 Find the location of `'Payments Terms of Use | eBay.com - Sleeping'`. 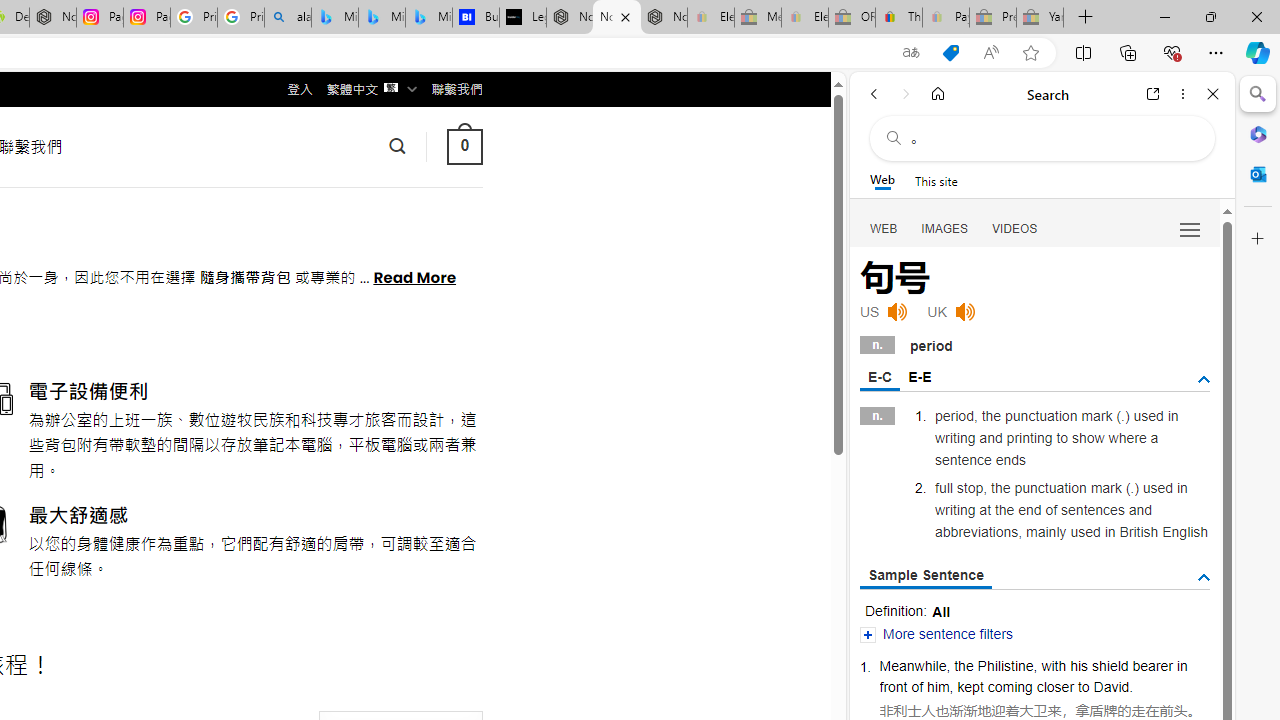

'Payments Terms of Use | eBay.com - Sleeping' is located at coordinates (944, 17).